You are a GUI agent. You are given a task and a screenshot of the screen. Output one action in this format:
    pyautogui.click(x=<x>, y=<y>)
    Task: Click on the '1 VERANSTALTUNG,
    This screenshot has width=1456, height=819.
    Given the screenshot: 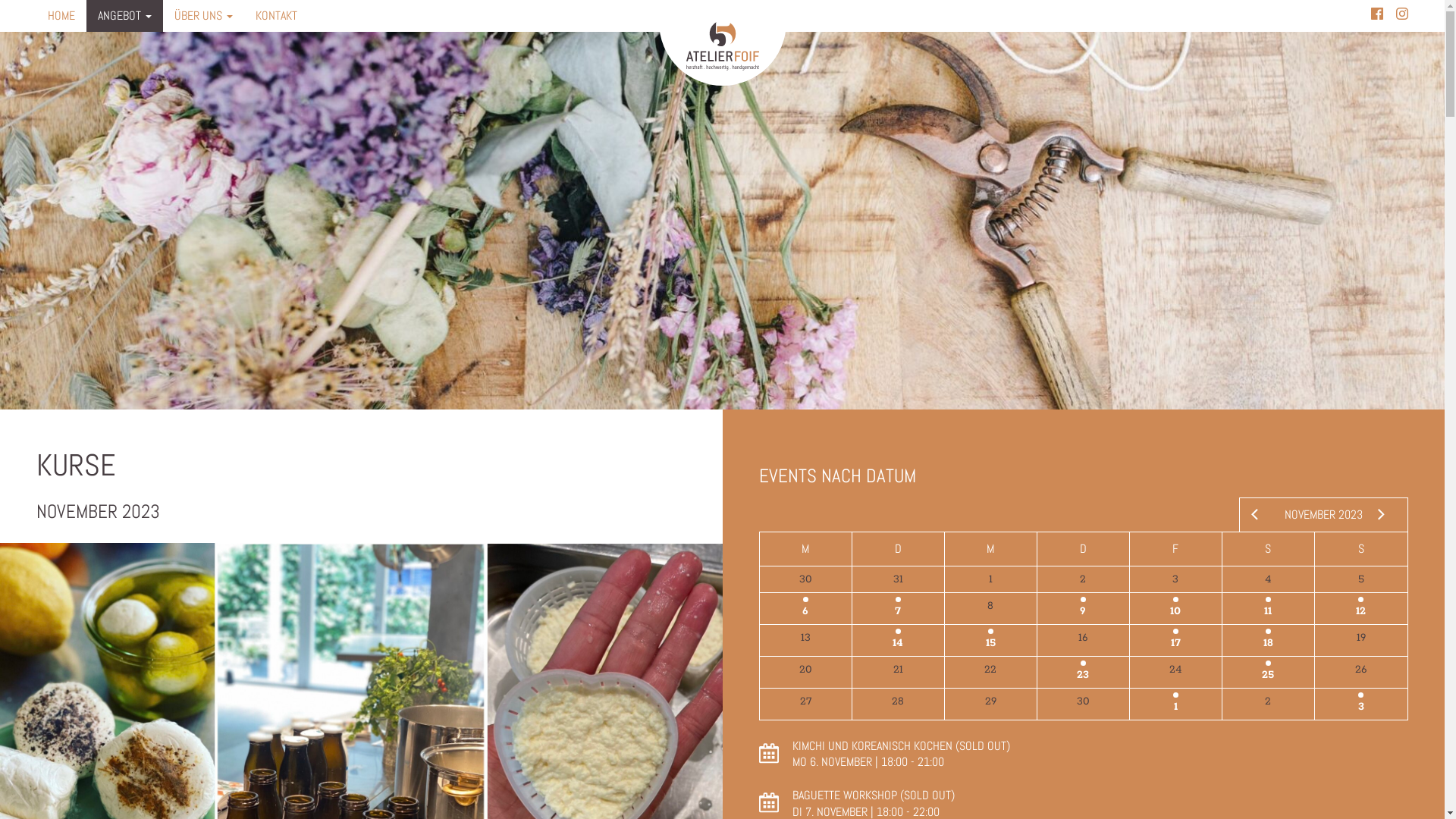 What is the action you would take?
    pyautogui.click(x=1268, y=671)
    